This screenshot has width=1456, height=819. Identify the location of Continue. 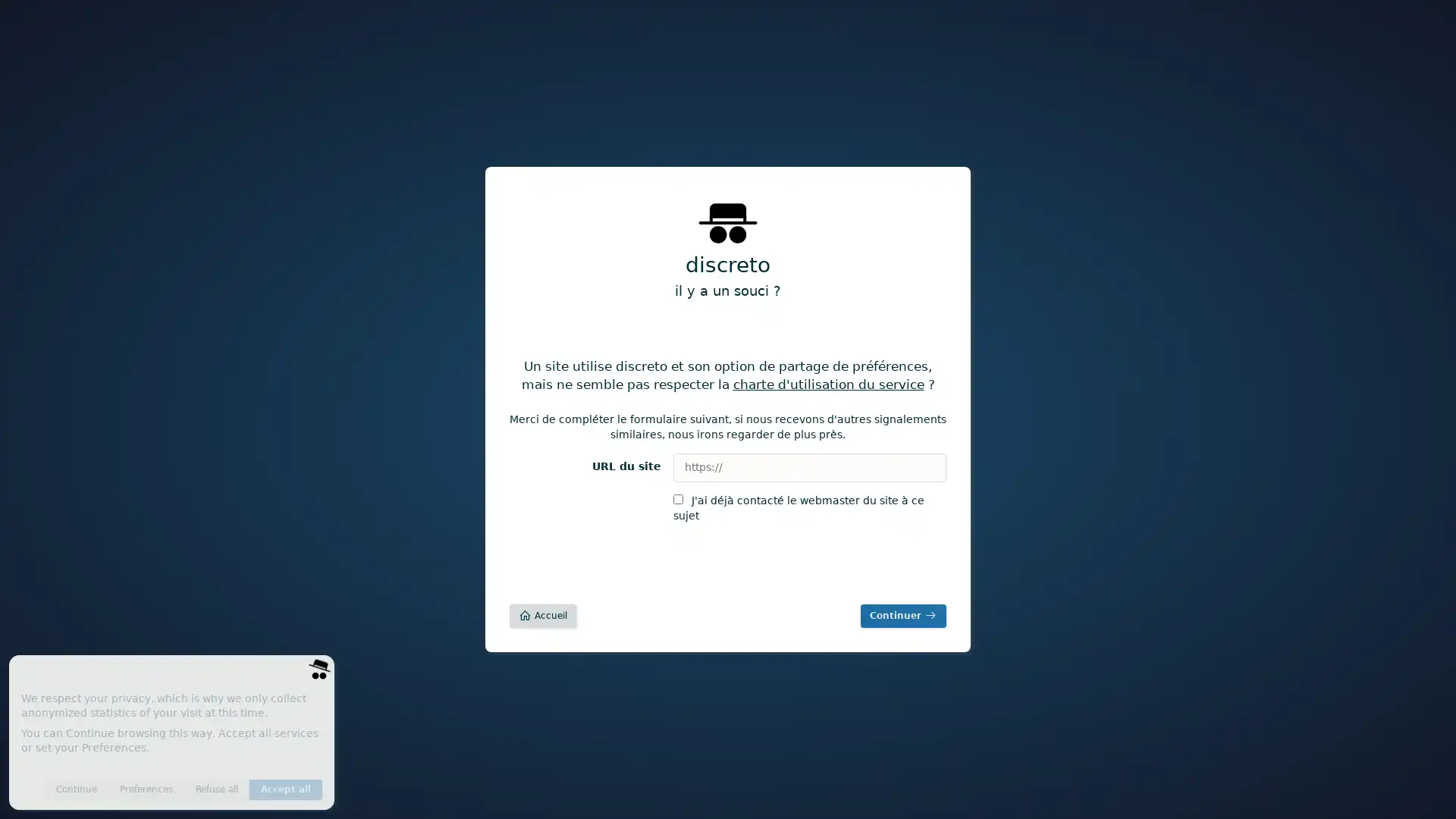
(75, 789).